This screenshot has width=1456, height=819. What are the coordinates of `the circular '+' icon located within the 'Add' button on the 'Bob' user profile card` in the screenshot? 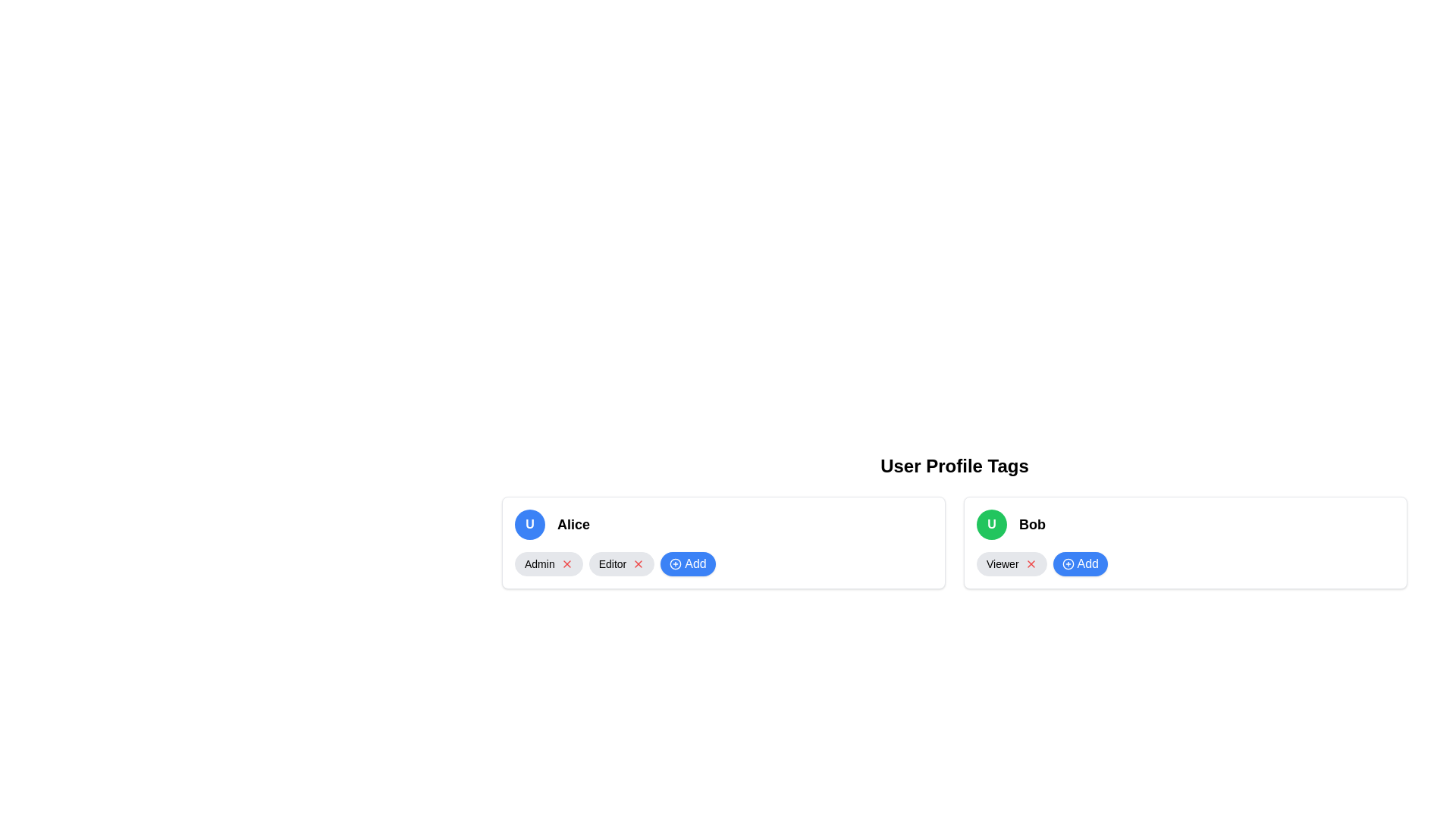 It's located at (1067, 564).